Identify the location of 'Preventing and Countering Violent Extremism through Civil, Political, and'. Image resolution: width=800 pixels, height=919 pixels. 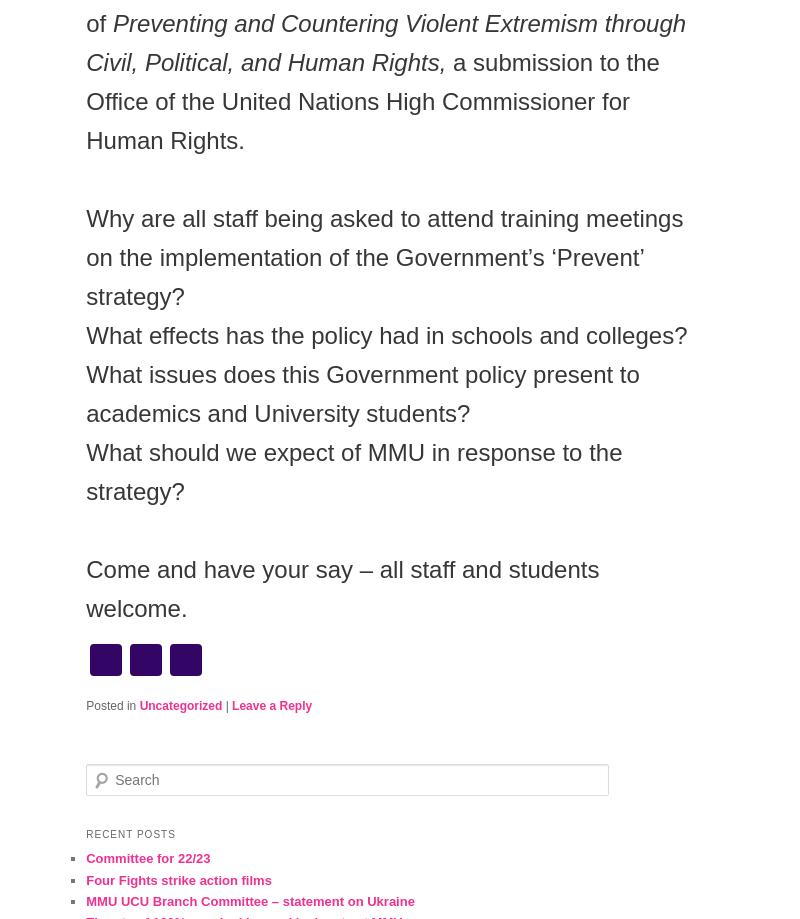
(86, 43).